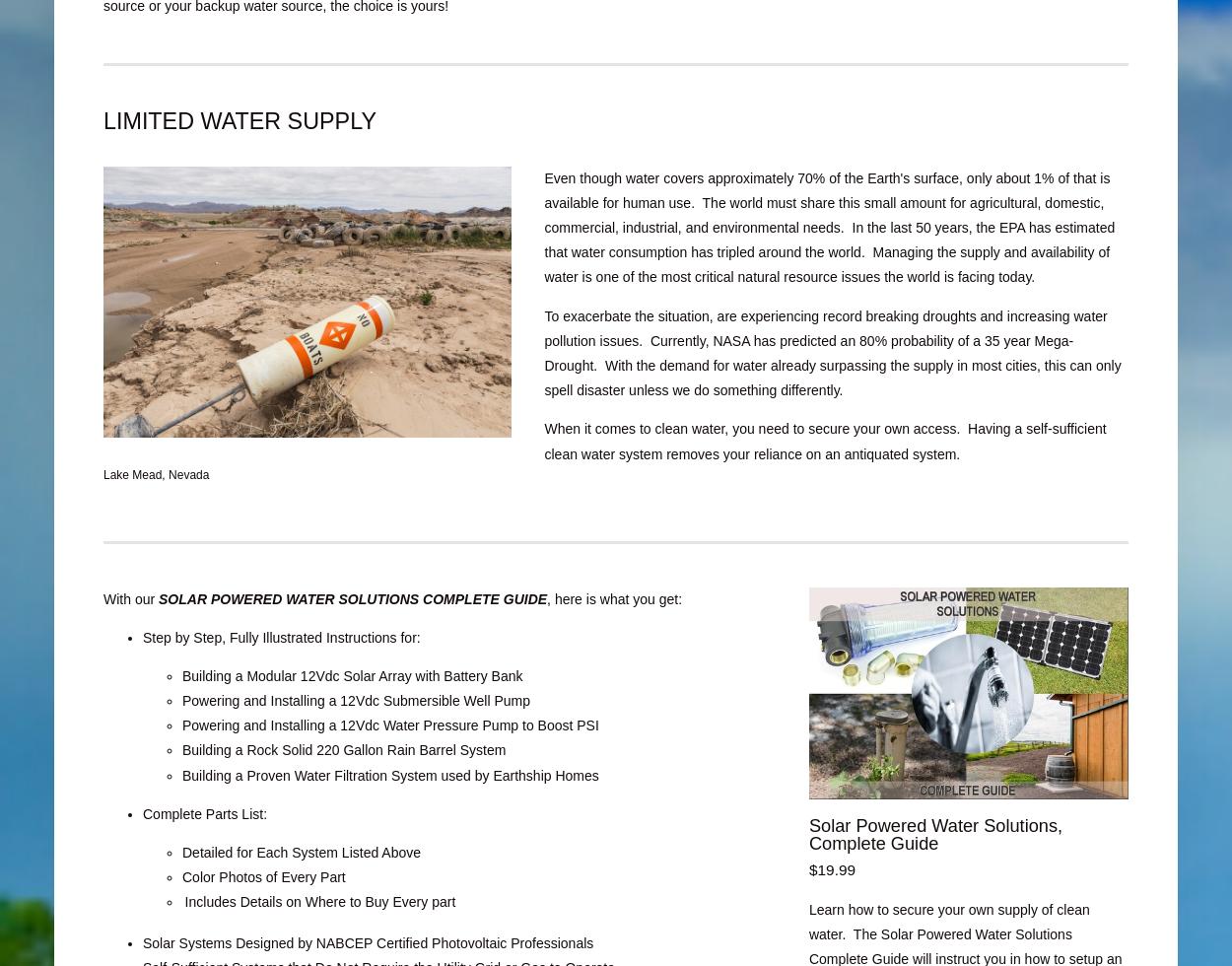  I want to click on 'Includes Details on Where to Buy Every part', so click(318, 902).